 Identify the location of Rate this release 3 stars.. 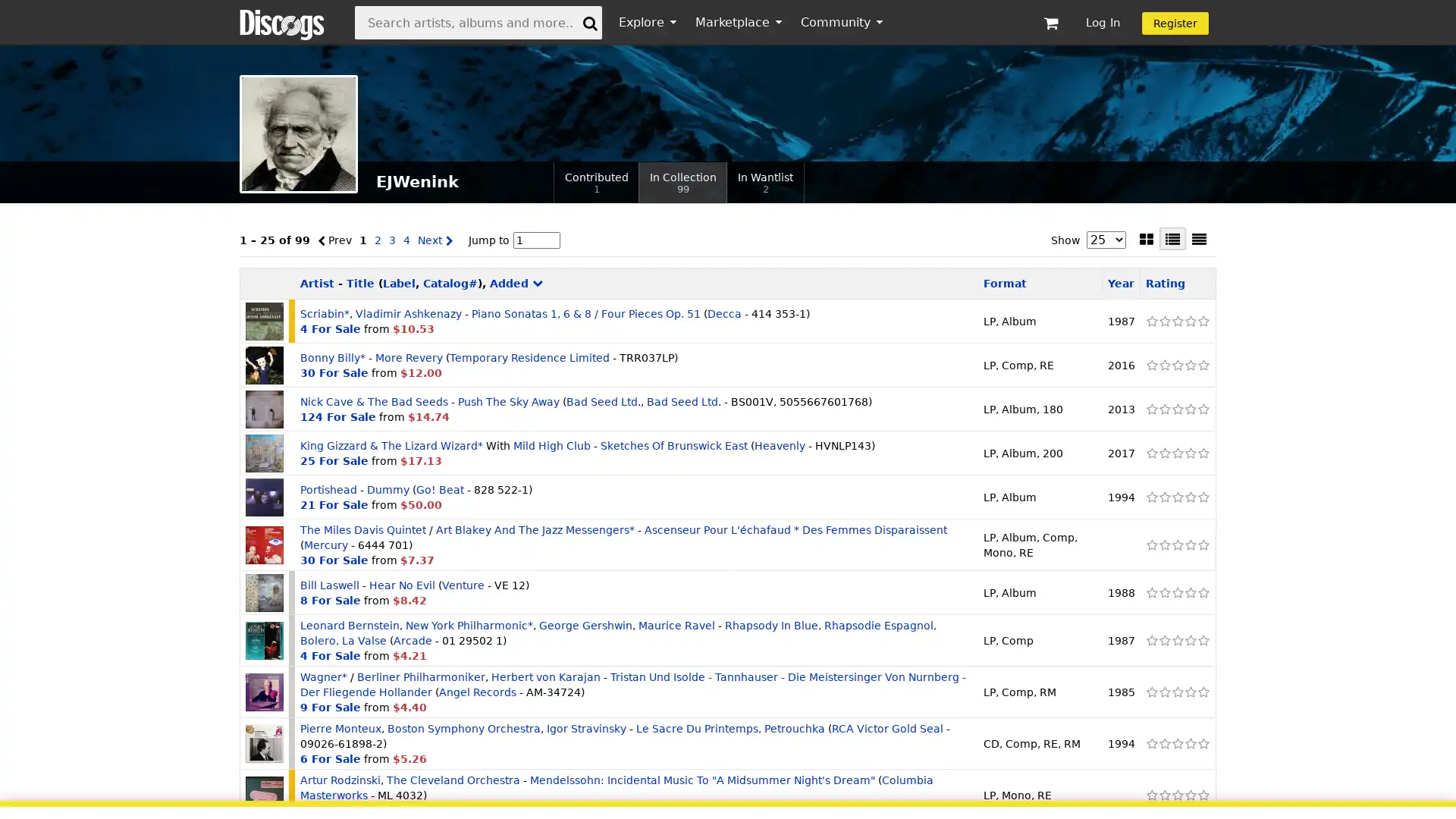
(1176, 409).